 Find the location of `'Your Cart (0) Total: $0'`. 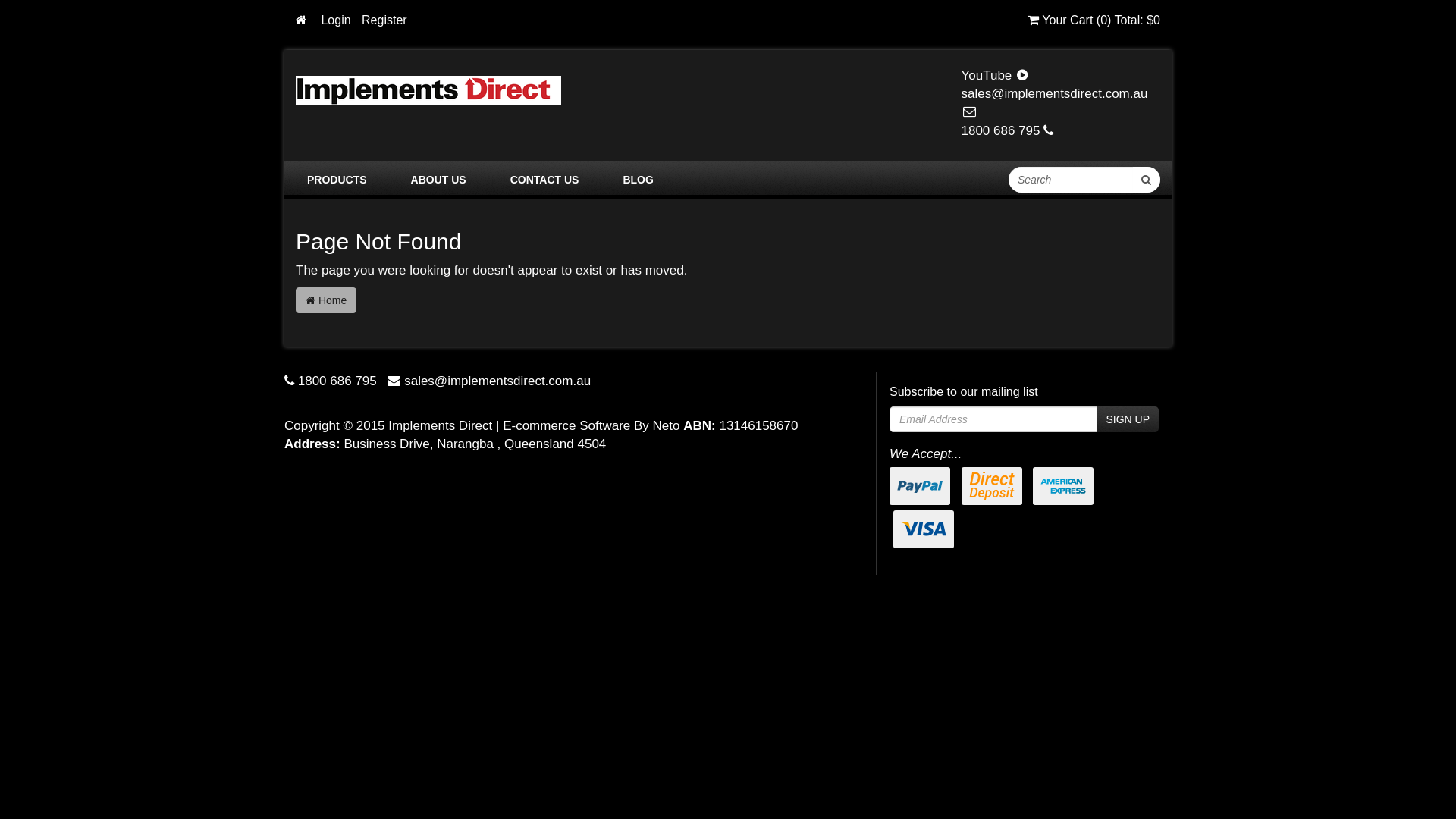

'Your Cart (0) Total: $0' is located at coordinates (1094, 20).